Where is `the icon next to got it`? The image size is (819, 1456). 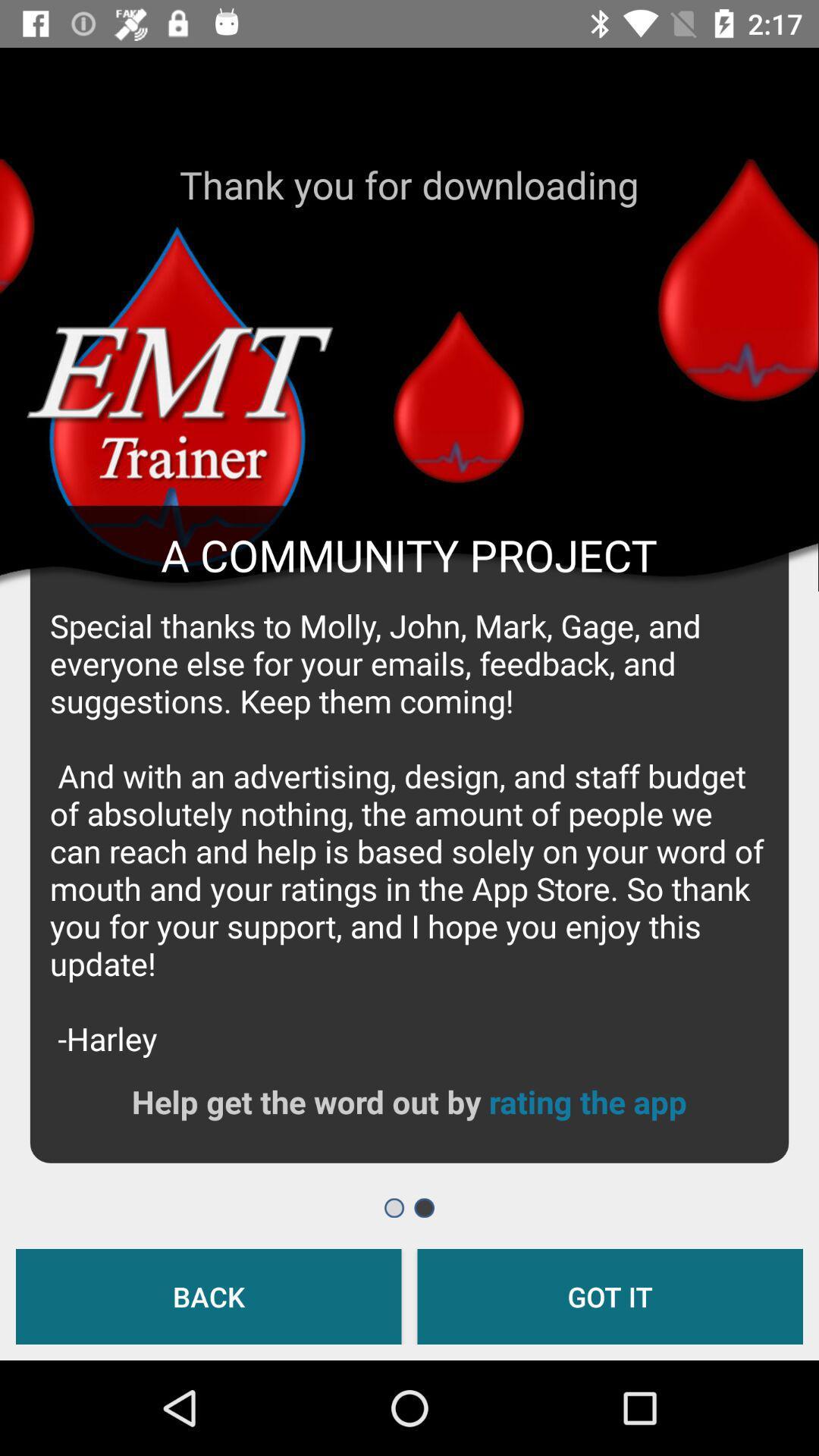 the icon next to got it is located at coordinates (209, 1295).